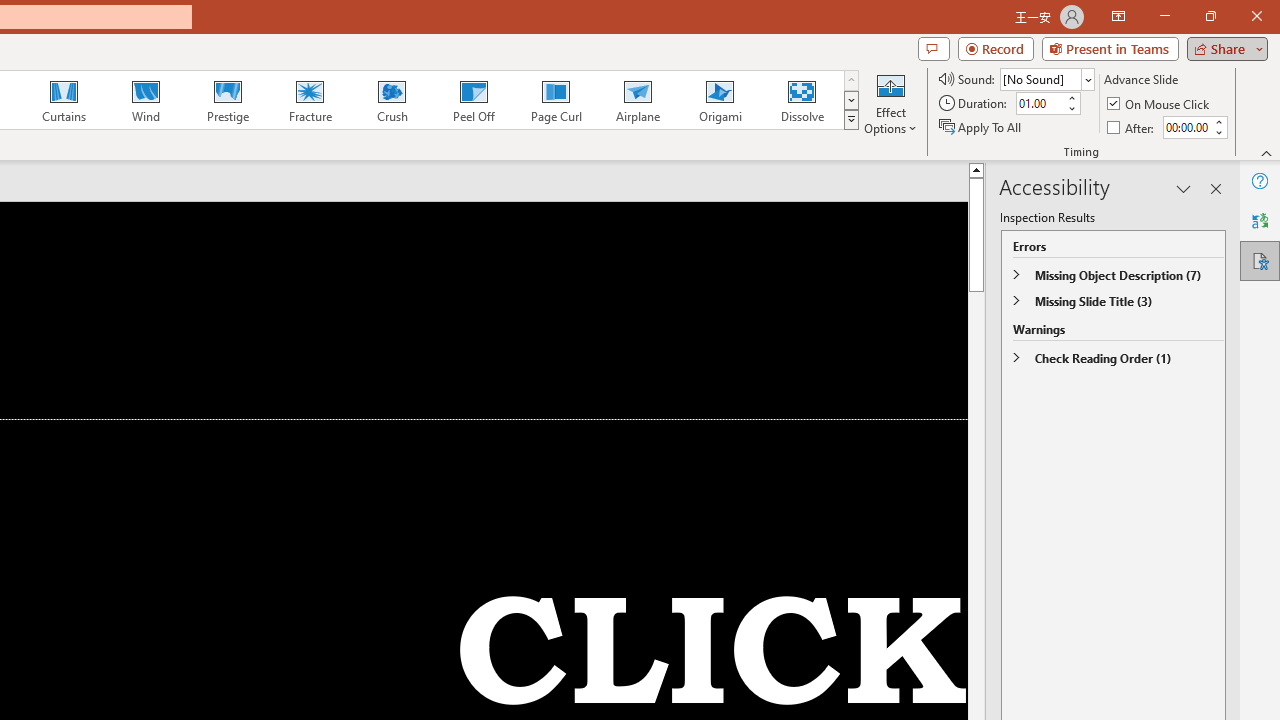  I want to click on 'Sound', so click(1046, 78).